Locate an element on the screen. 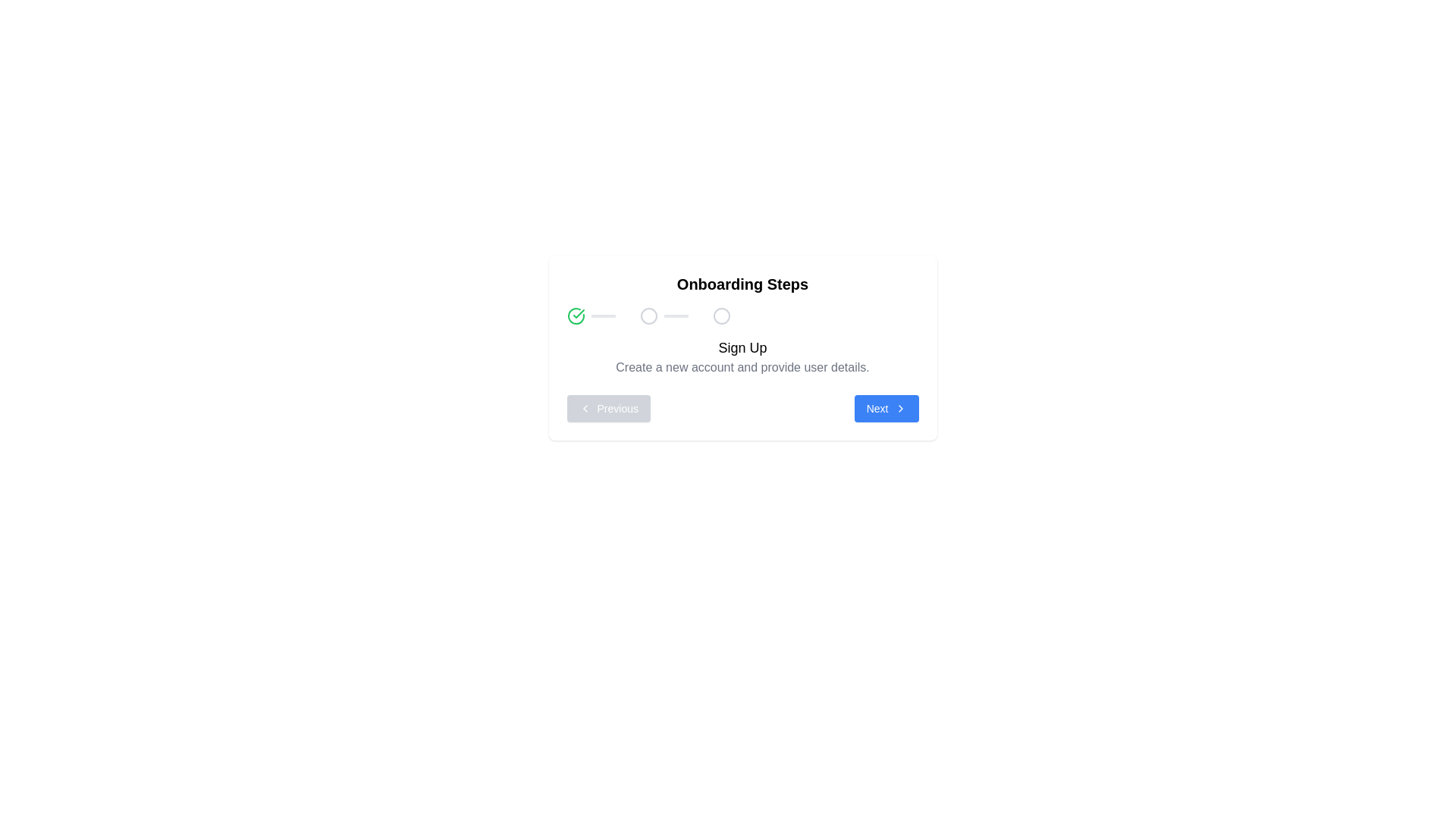 This screenshot has width=1456, height=819. the Header with subtitle text that displays 'Sign Up' and 'Create a new account and provide user details' within the bordered white box labeled 'Onboarding Steps' is located at coordinates (742, 356).